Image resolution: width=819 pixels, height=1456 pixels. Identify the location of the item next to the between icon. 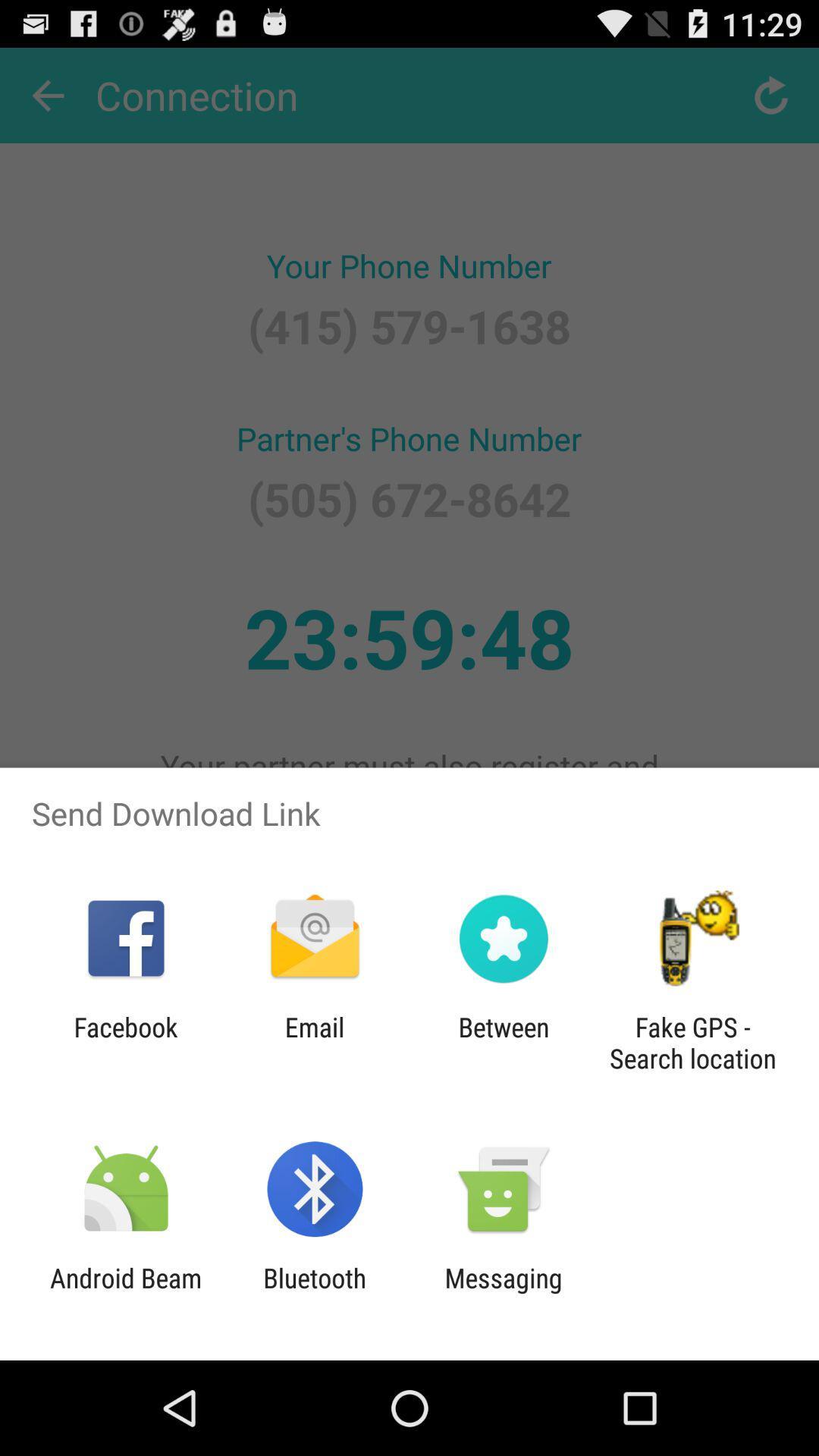
(692, 1042).